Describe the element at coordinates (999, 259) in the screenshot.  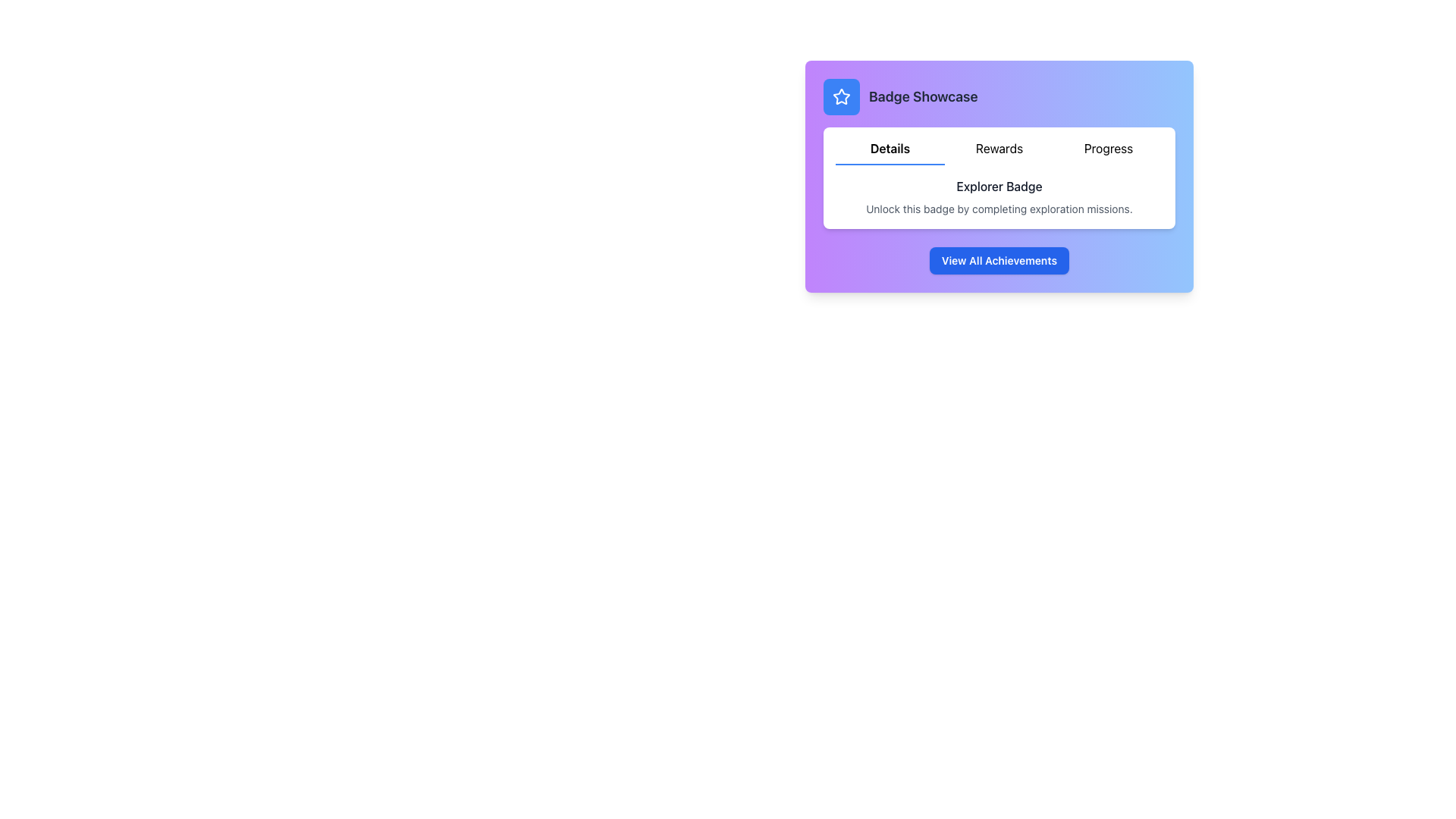
I see `the 'View All Achievements' button using keyboard navigation to focus on it` at that location.